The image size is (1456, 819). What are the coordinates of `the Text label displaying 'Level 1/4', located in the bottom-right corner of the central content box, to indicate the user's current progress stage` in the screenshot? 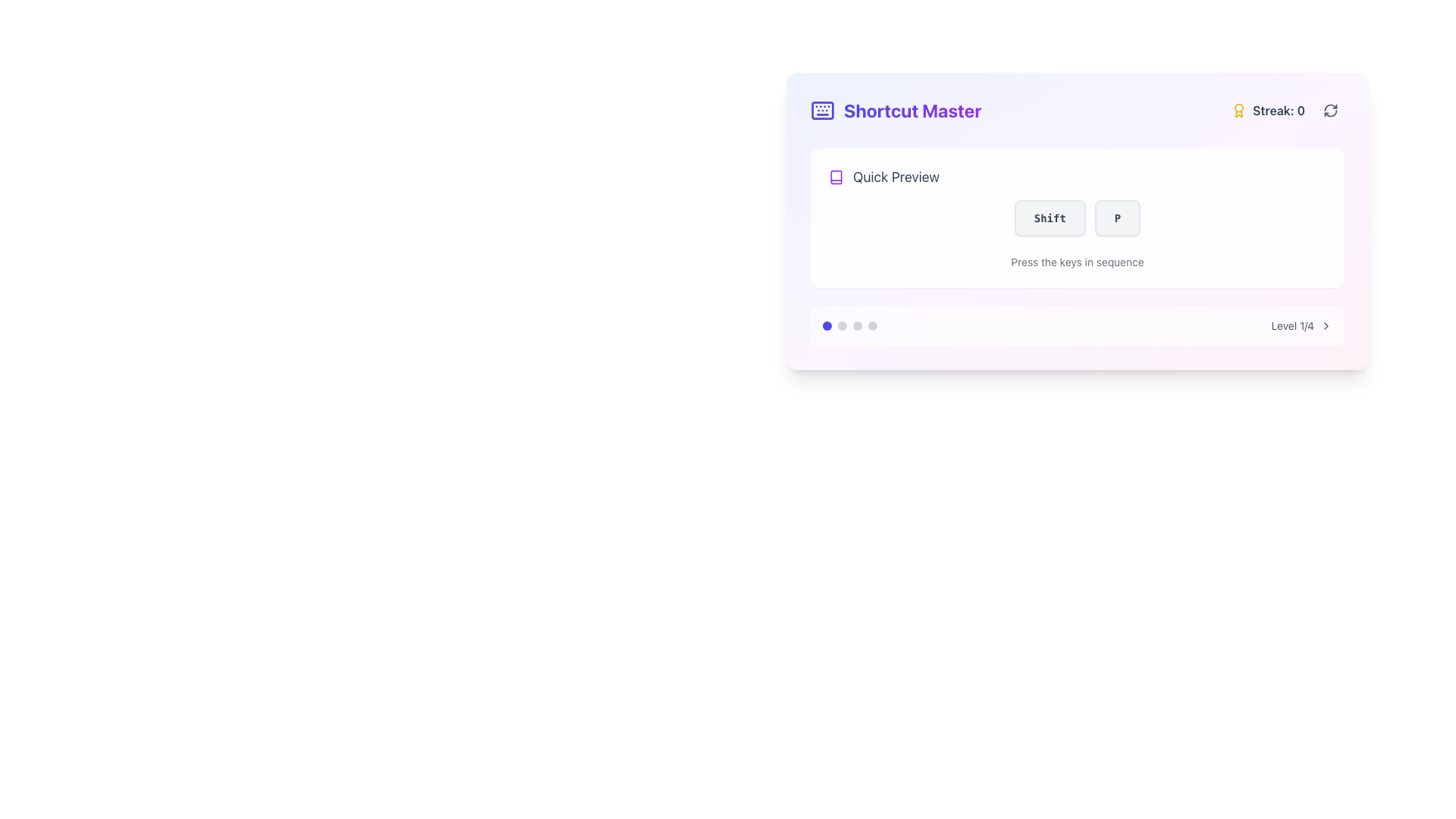 It's located at (1291, 325).